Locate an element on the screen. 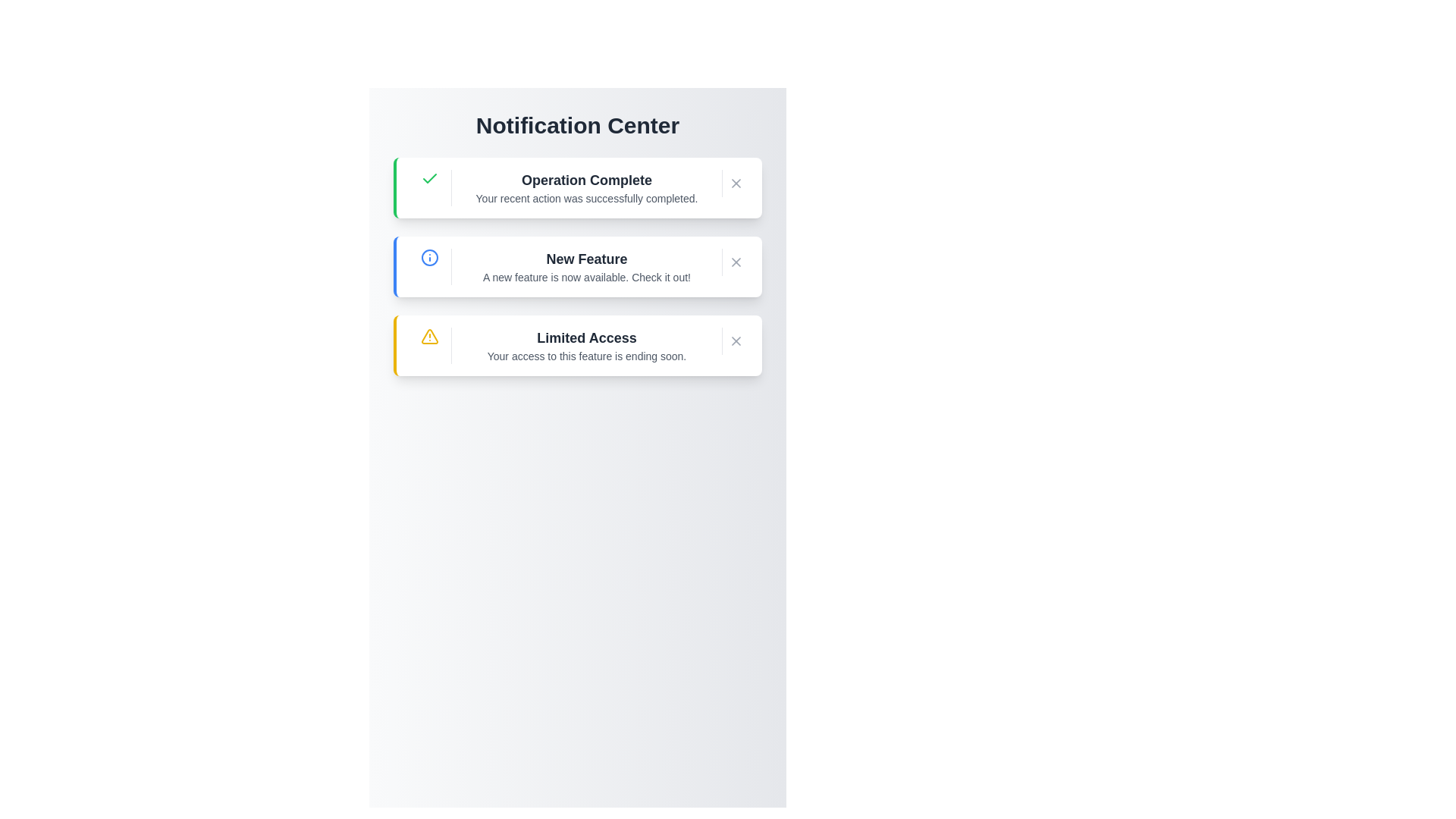 The width and height of the screenshot is (1456, 819). the informational icon located on the left side of the 'New Feature' notification panel in the second row of the Notification Center list is located at coordinates (428, 256).